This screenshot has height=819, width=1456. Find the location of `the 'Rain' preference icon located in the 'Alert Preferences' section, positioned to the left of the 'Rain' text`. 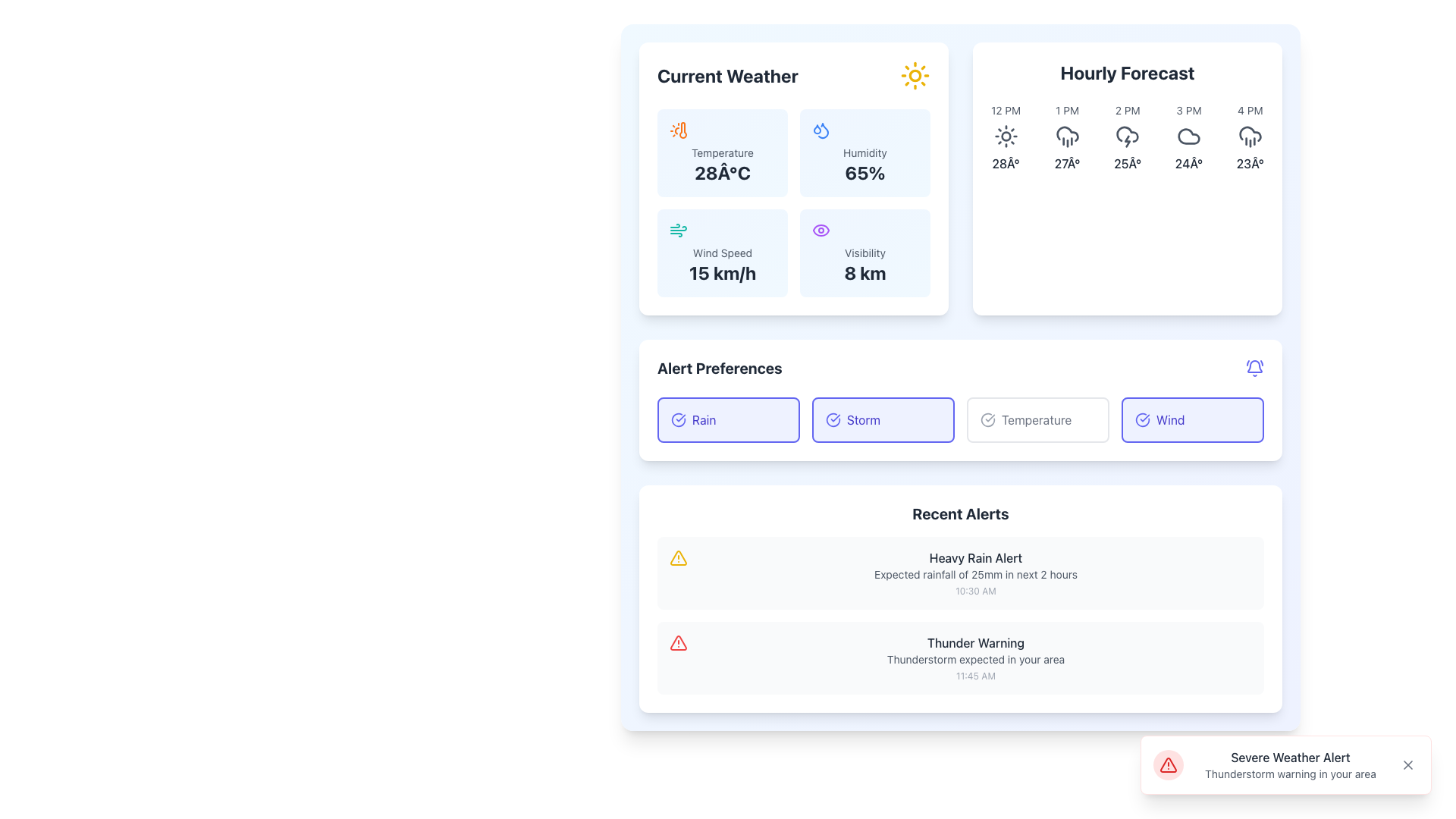

the 'Rain' preference icon located in the 'Alert Preferences' section, positioned to the left of the 'Rain' text is located at coordinates (677, 420).